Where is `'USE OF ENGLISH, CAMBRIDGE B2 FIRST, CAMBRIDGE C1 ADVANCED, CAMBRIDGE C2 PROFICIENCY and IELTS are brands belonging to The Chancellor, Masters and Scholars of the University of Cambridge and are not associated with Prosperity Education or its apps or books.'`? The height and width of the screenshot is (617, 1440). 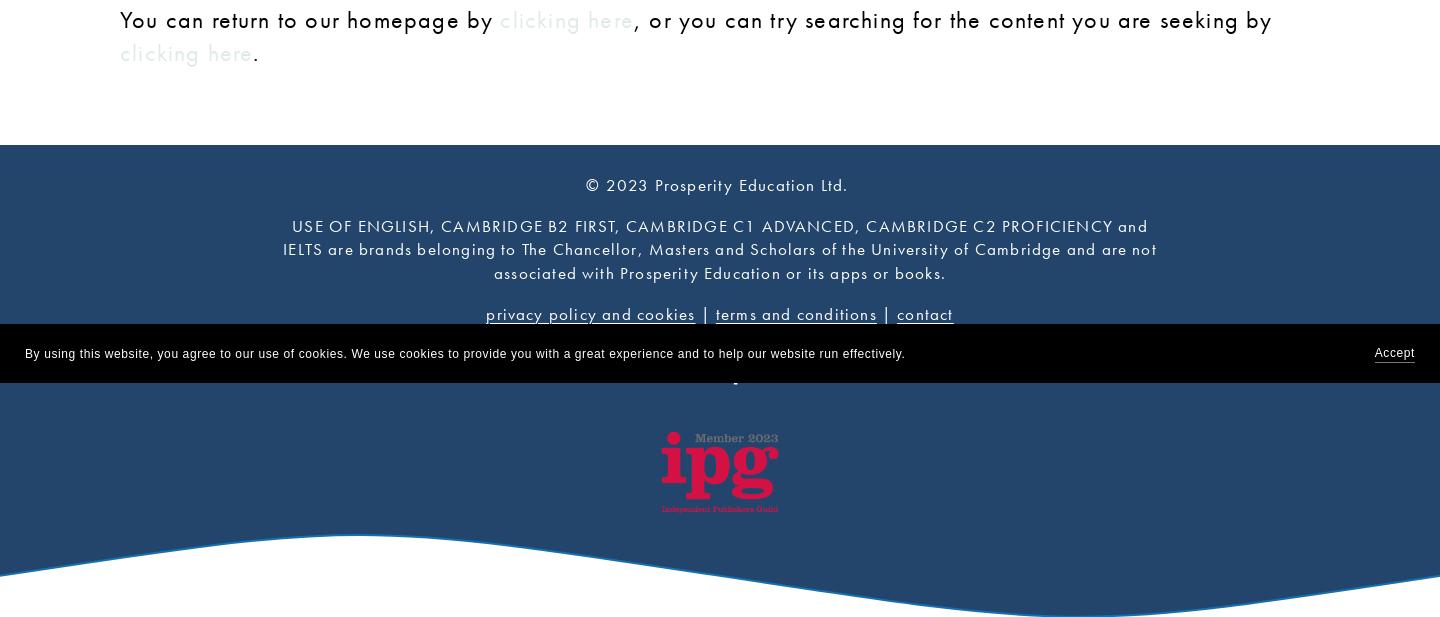 'USE OF ENGLISH, CAMBRIDGE B2 FIRST, CAMBRIDGE C1 ADVANCED, CAMBRIDGE C2 PROFICIENCY and IELTS are brands belonging to The Chancellor, Masters and Scholars of the University of Cambridge and are not associated with Prosperity Education or its apps or books.' is located at coordinates (721, 248).